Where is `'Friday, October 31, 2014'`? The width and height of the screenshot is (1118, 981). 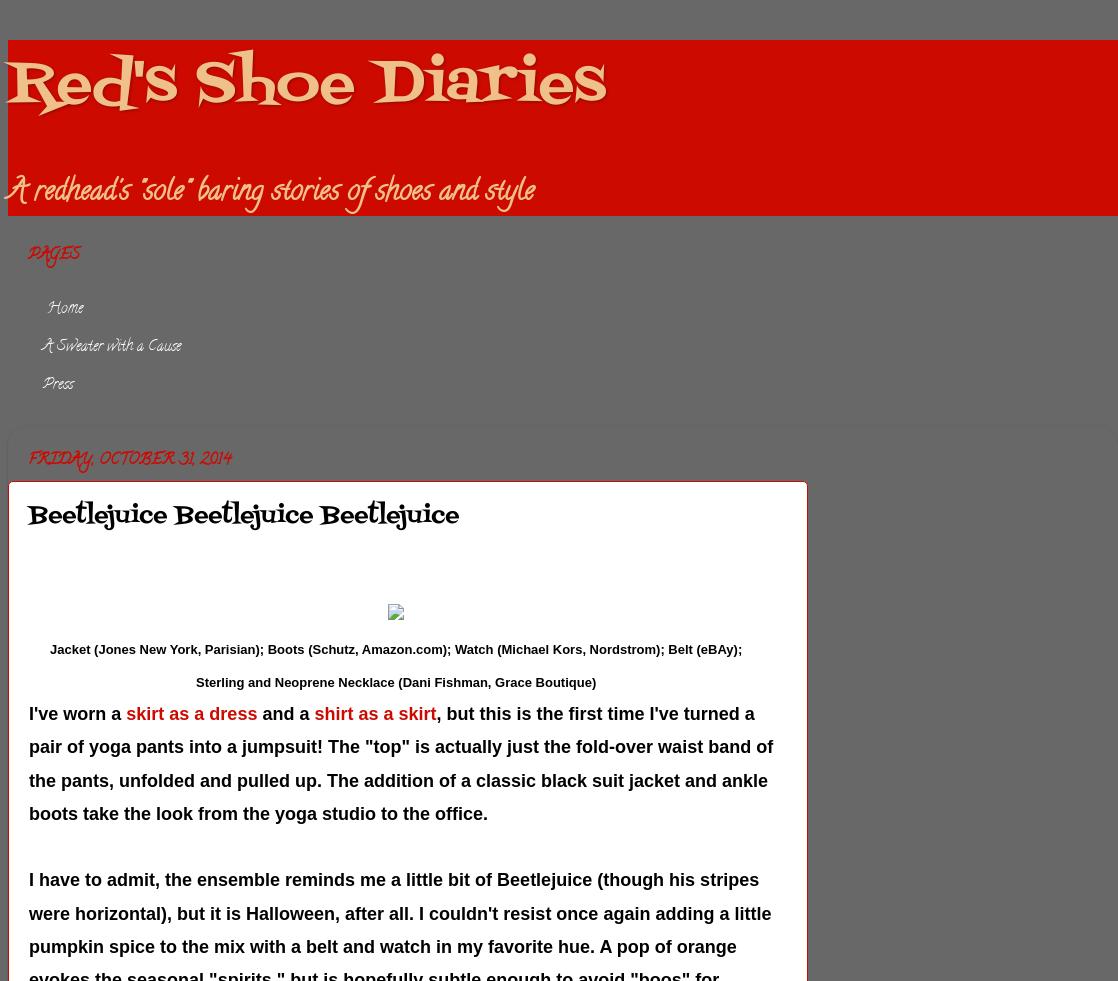 'Friday, October 31, 2014' is located at coordinates (129, 458).